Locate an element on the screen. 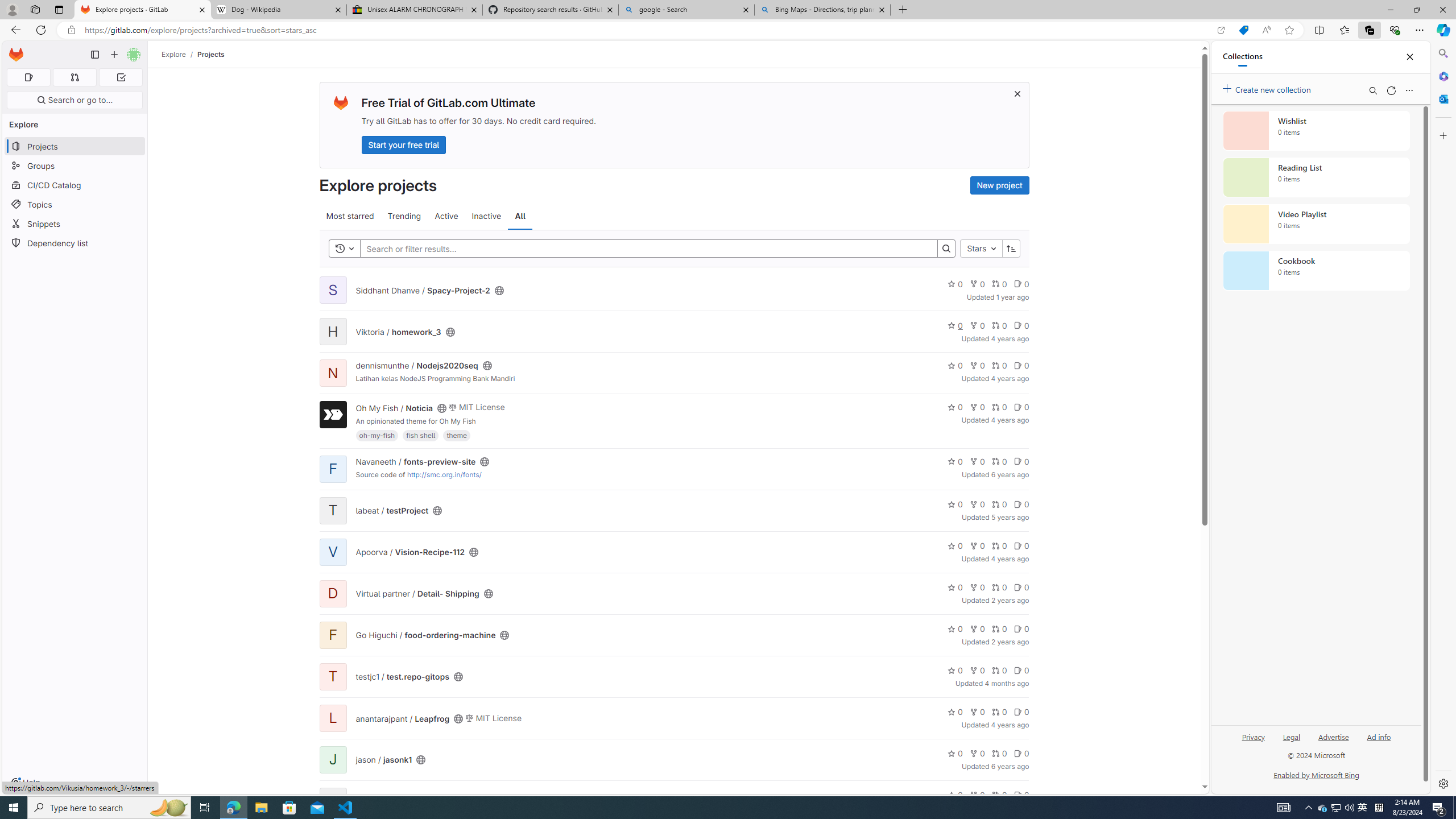 The height and width of the screenshot is (819, 1456). 'J' is located at coordinates (332, 758).